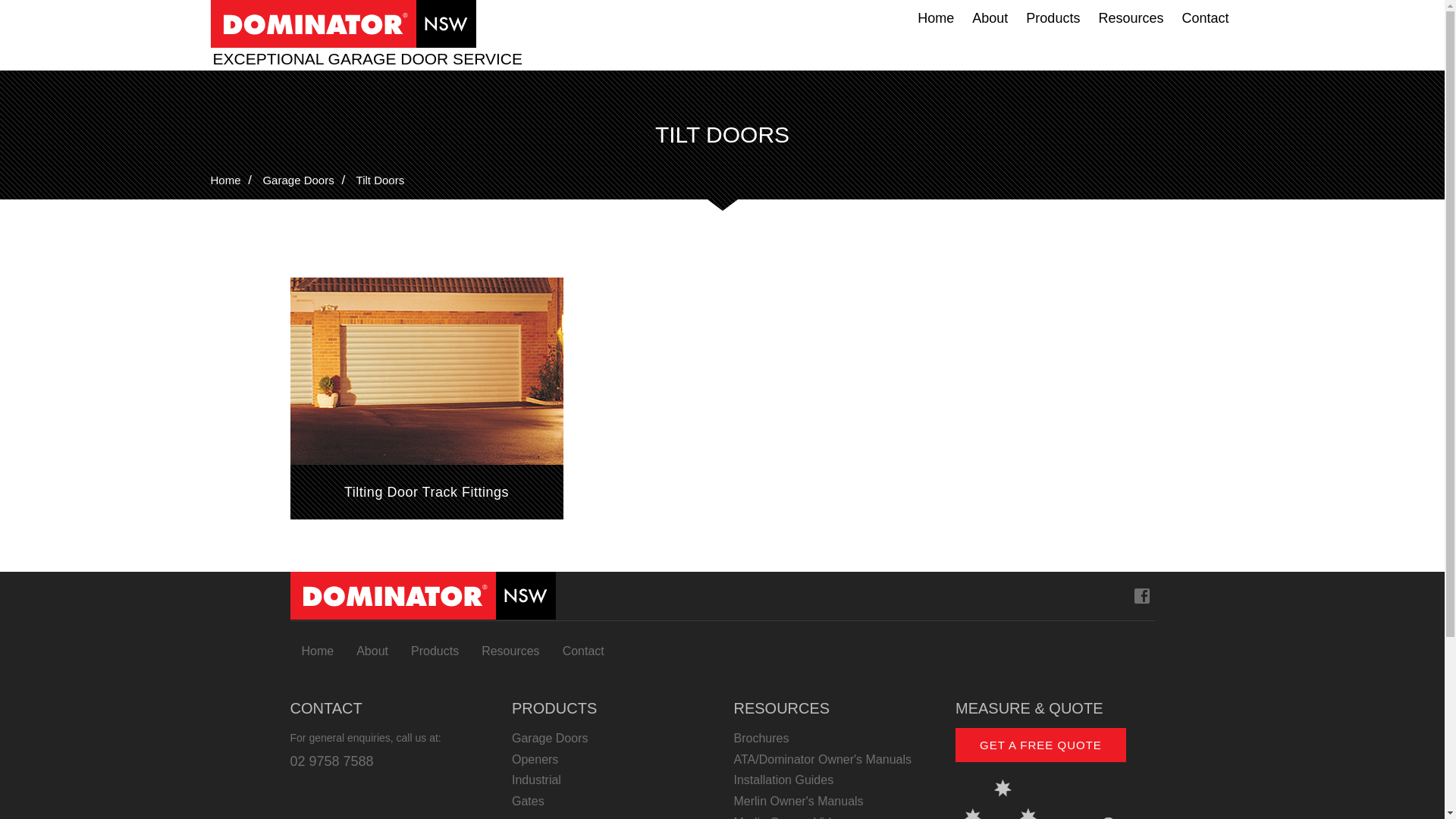 This screenshot has height=819, width=1456. Describe the element at coordinates (833, 800) in the screenshot. I see `'Merlin Owner's Manuals'` at that location.